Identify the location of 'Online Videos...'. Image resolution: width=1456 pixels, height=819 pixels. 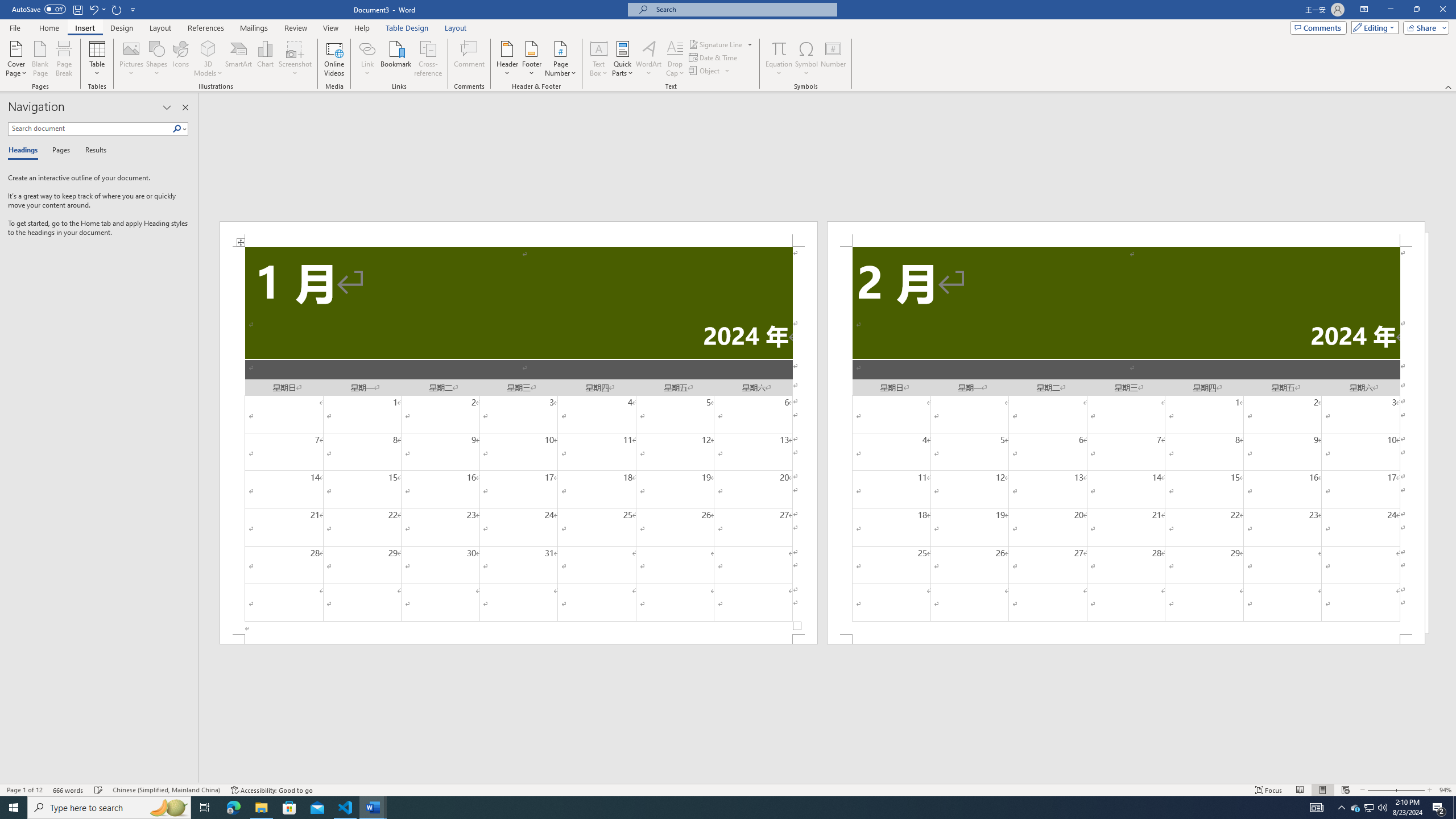
(334, 59).